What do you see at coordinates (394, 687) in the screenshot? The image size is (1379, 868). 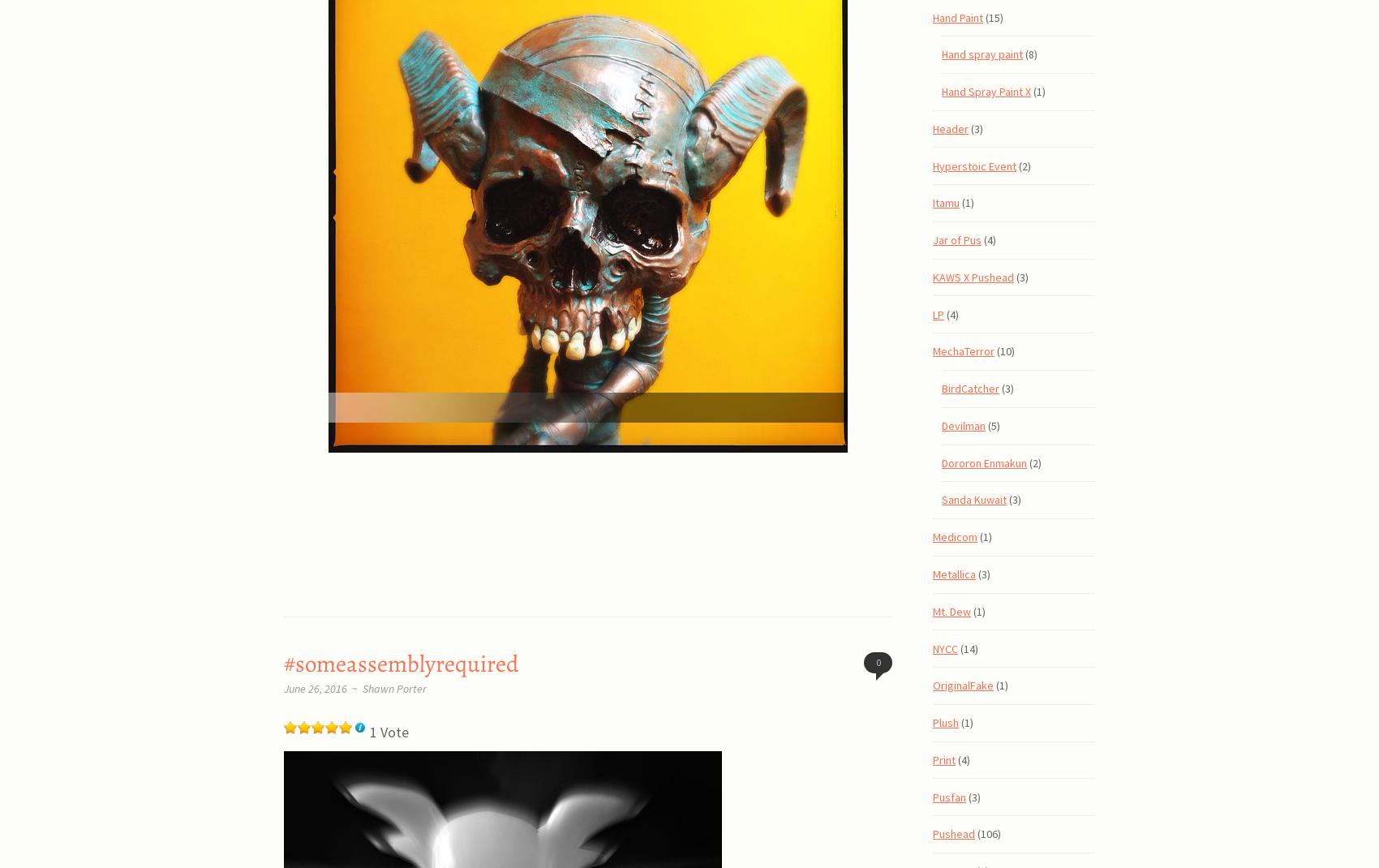 I see `'Shawn Porter'` at bounding box center [394, 687].